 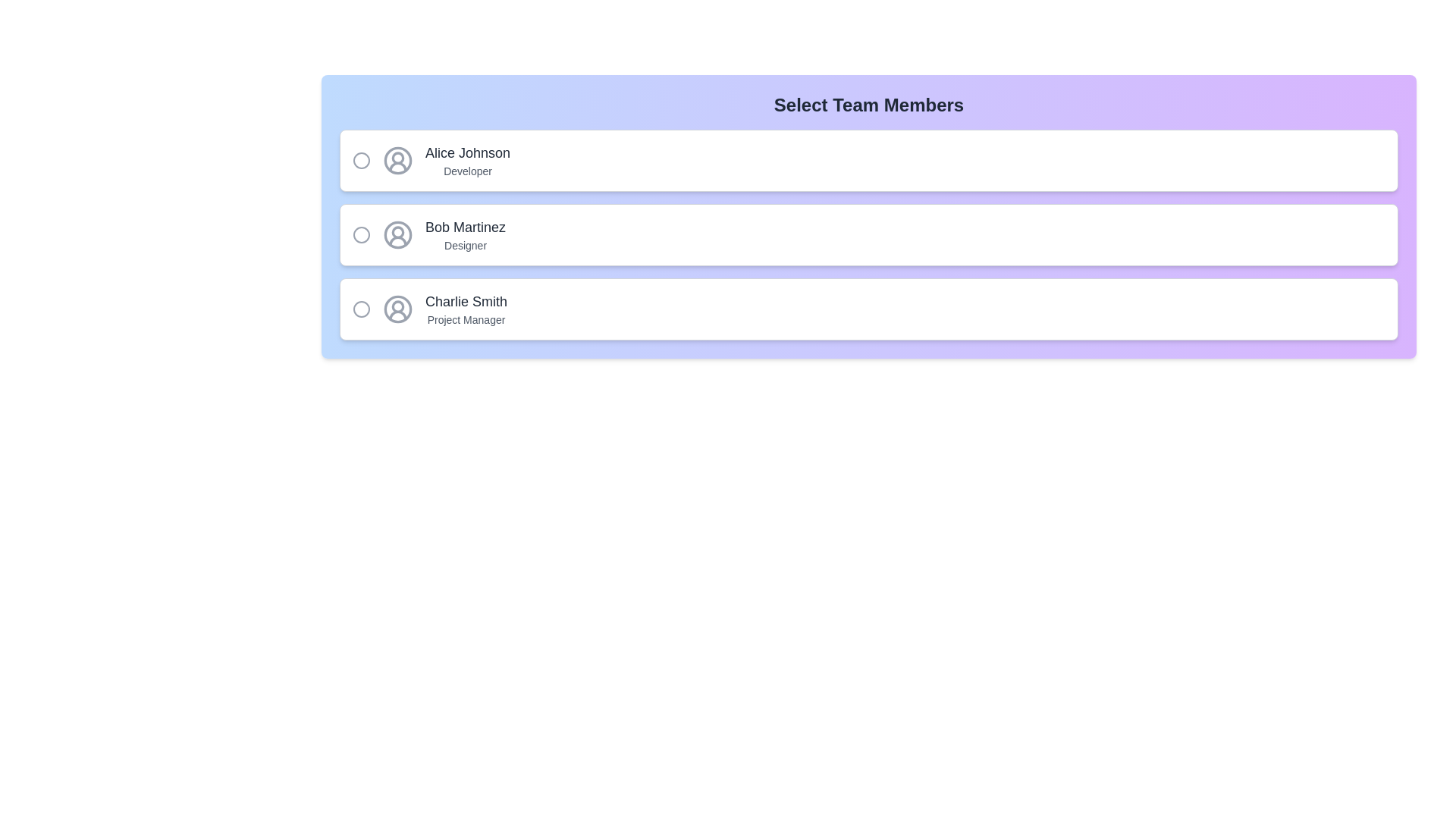 What do you see at coordinates (397, 158) in the screenshot?
I see `the small circular decorative shape within the user profile icon for 'Alice Johnson, Developer' in the 'Select Team Members' panel` at bounding box center [397, 158].